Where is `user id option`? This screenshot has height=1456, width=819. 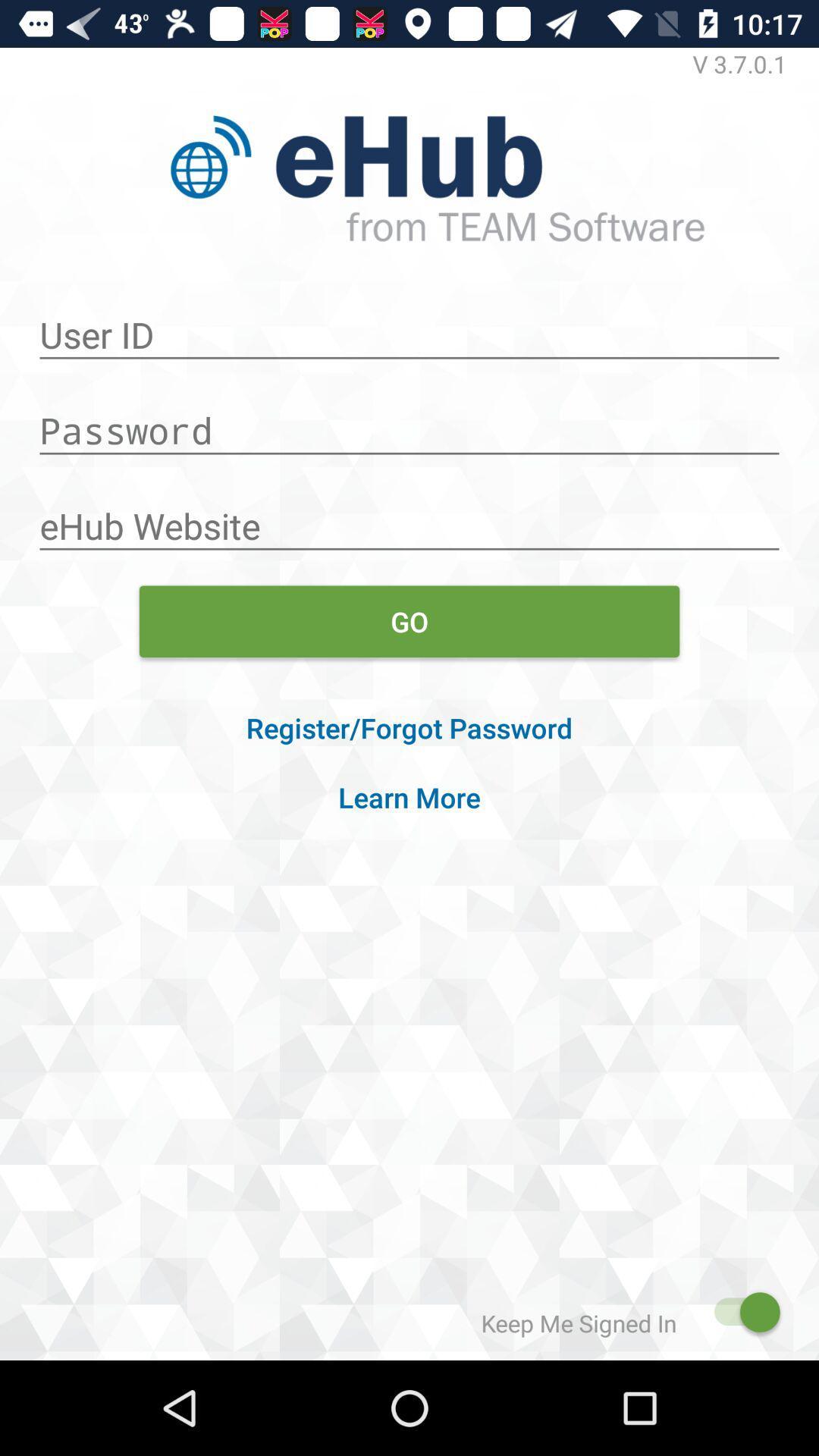
user id option is located at coordinates (409, 326).